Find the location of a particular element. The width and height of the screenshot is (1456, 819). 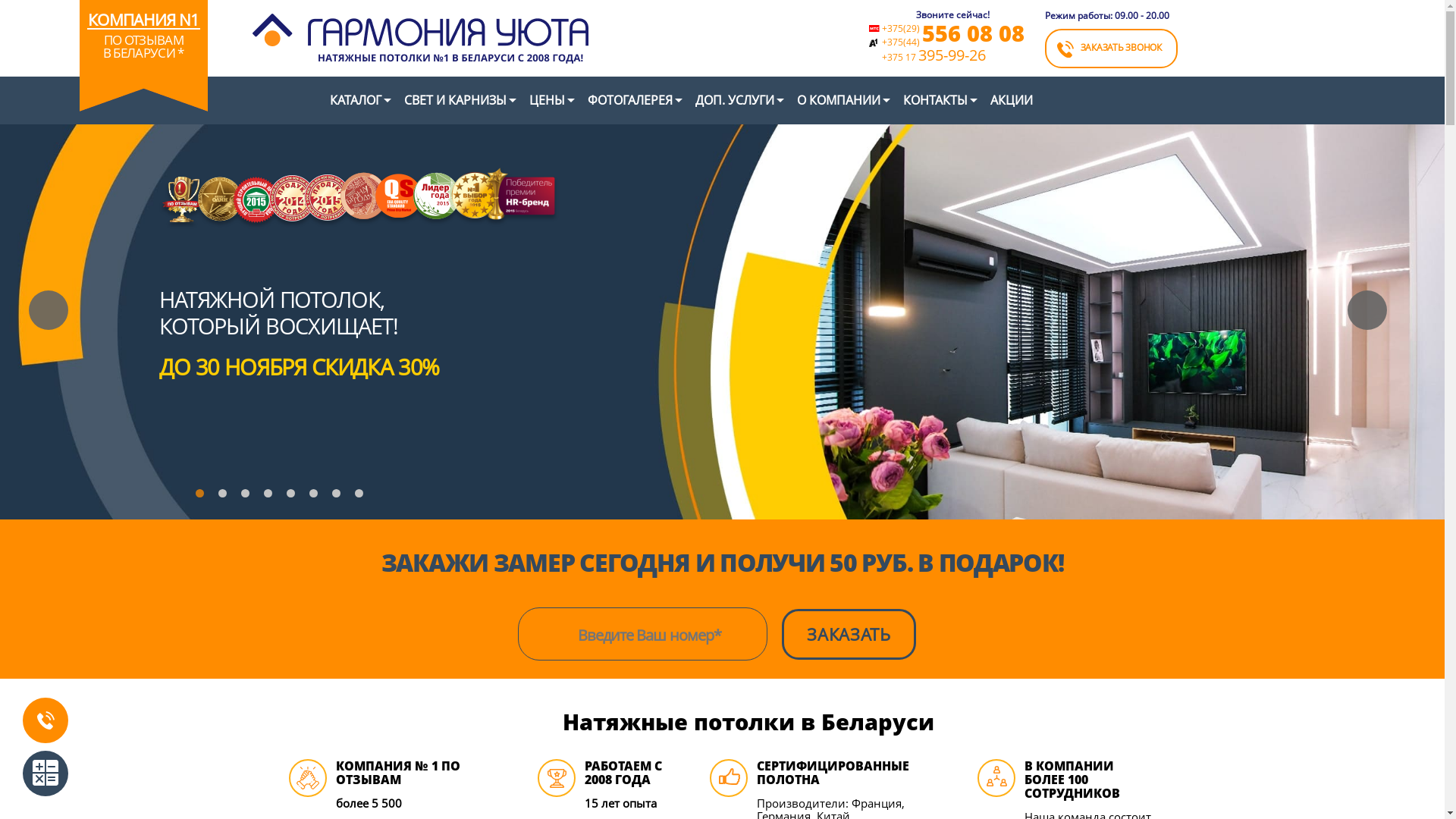

'5' is located at coordinates (294, 497).